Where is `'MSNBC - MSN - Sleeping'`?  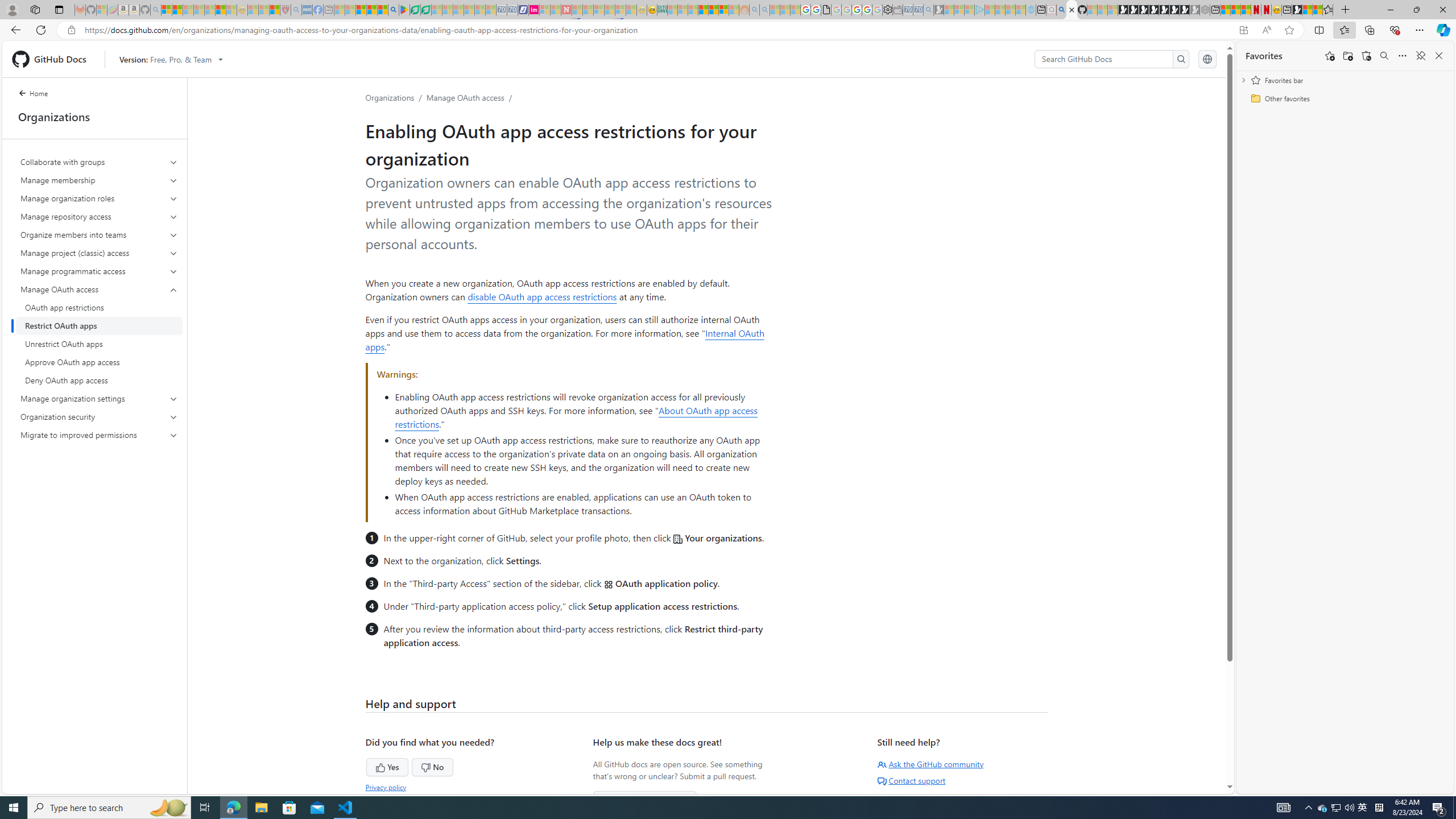
'MSNBC - MSN - Sleeping' is located at coordinates (672, 9).